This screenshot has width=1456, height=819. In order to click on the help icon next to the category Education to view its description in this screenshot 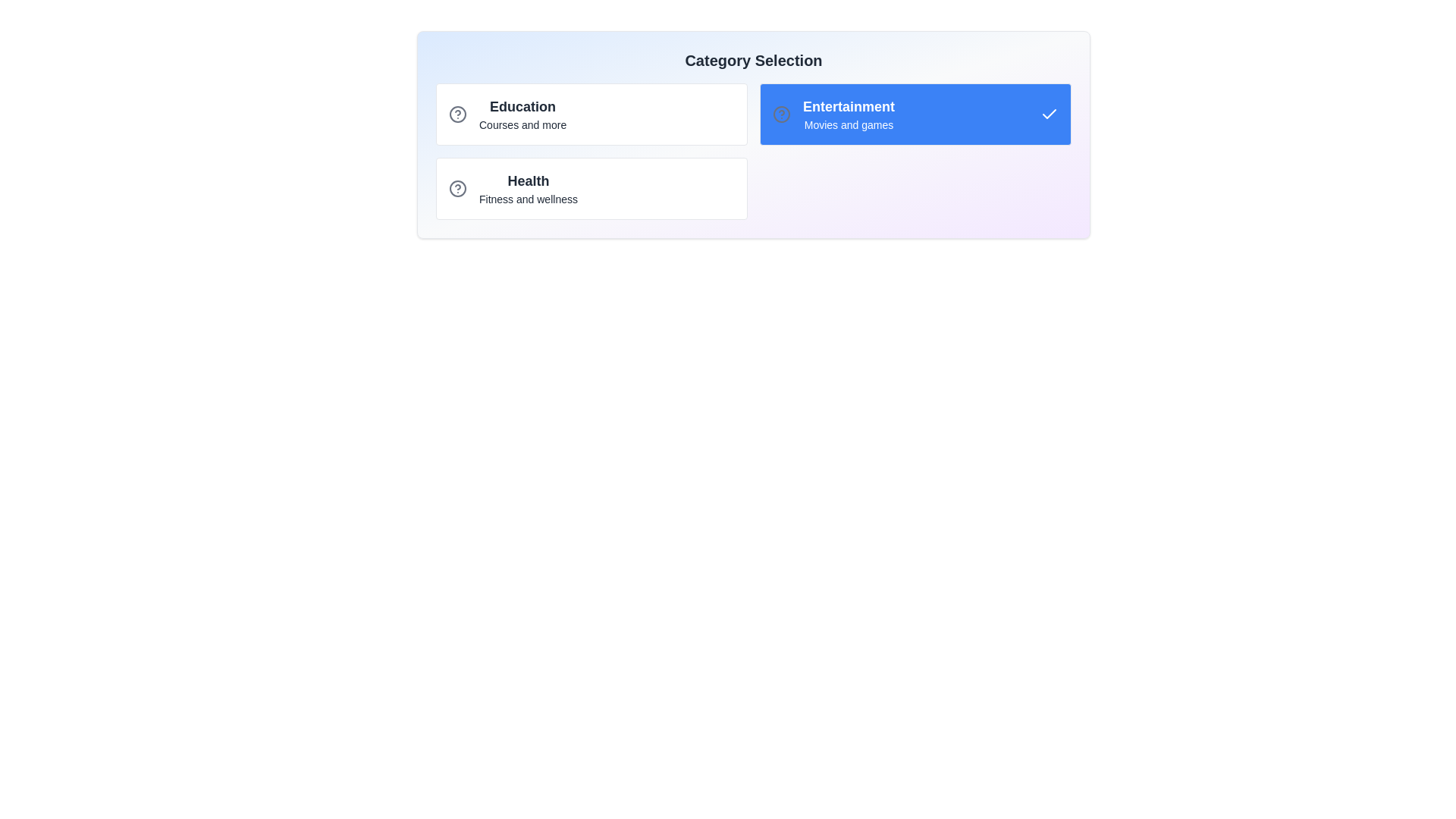, I will do `click(457, 113)`.